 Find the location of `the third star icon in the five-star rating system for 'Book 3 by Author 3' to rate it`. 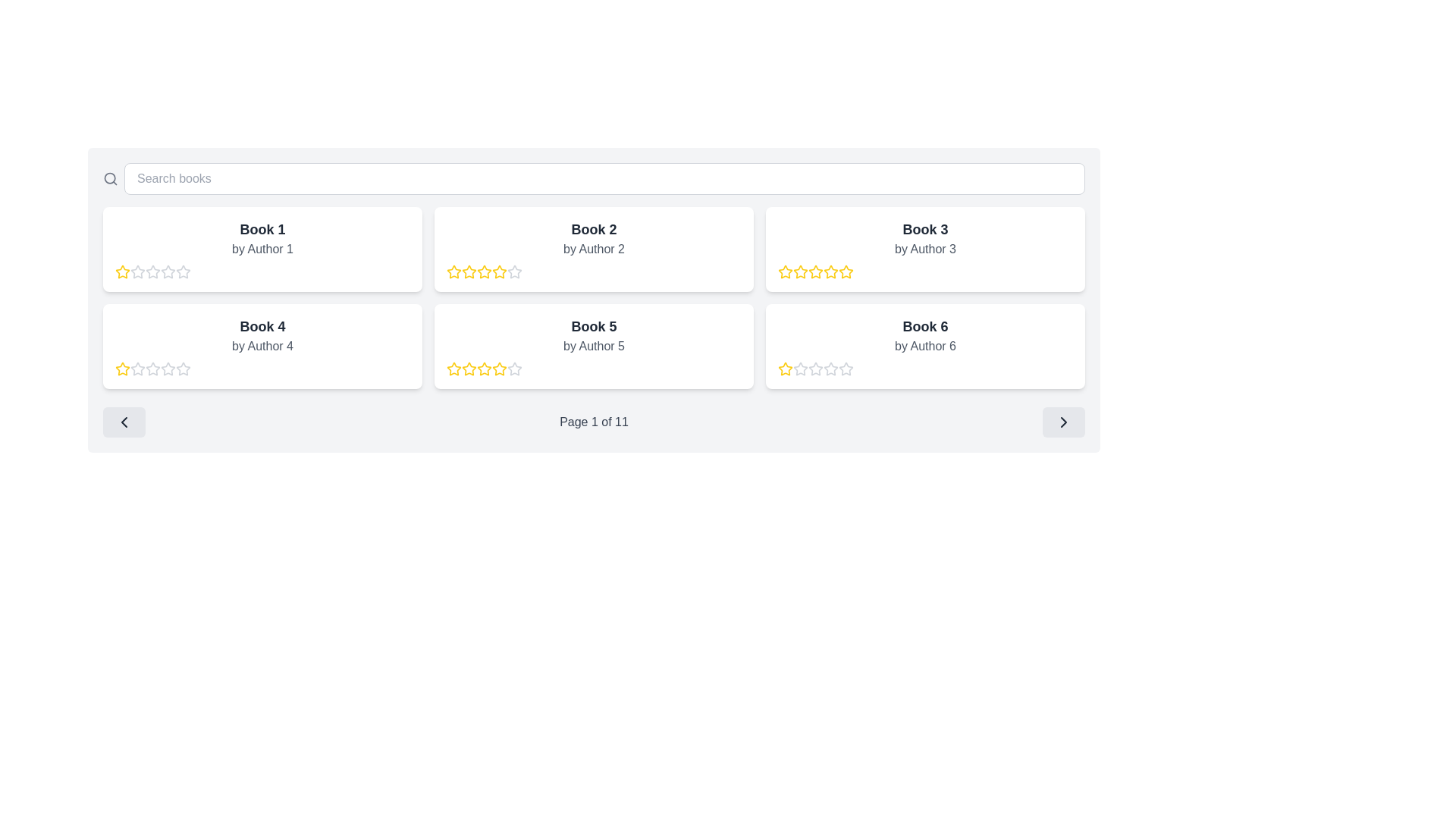

the third star icon in the five-star rating system for 'Book 3 by Author 3' to rate it is located at coordinates (846, 271).